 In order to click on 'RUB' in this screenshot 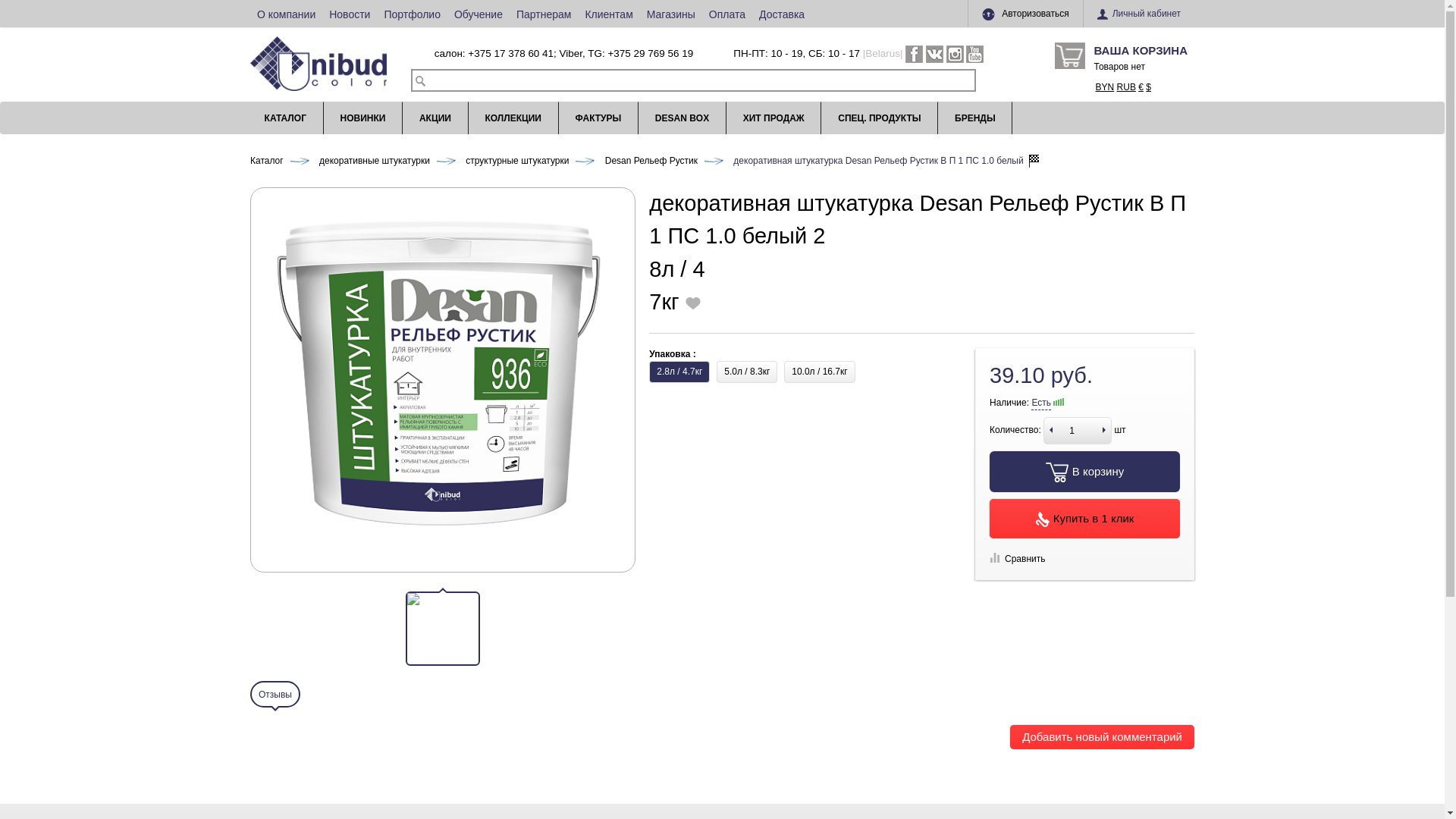, I will do `click(1126, 87)`.